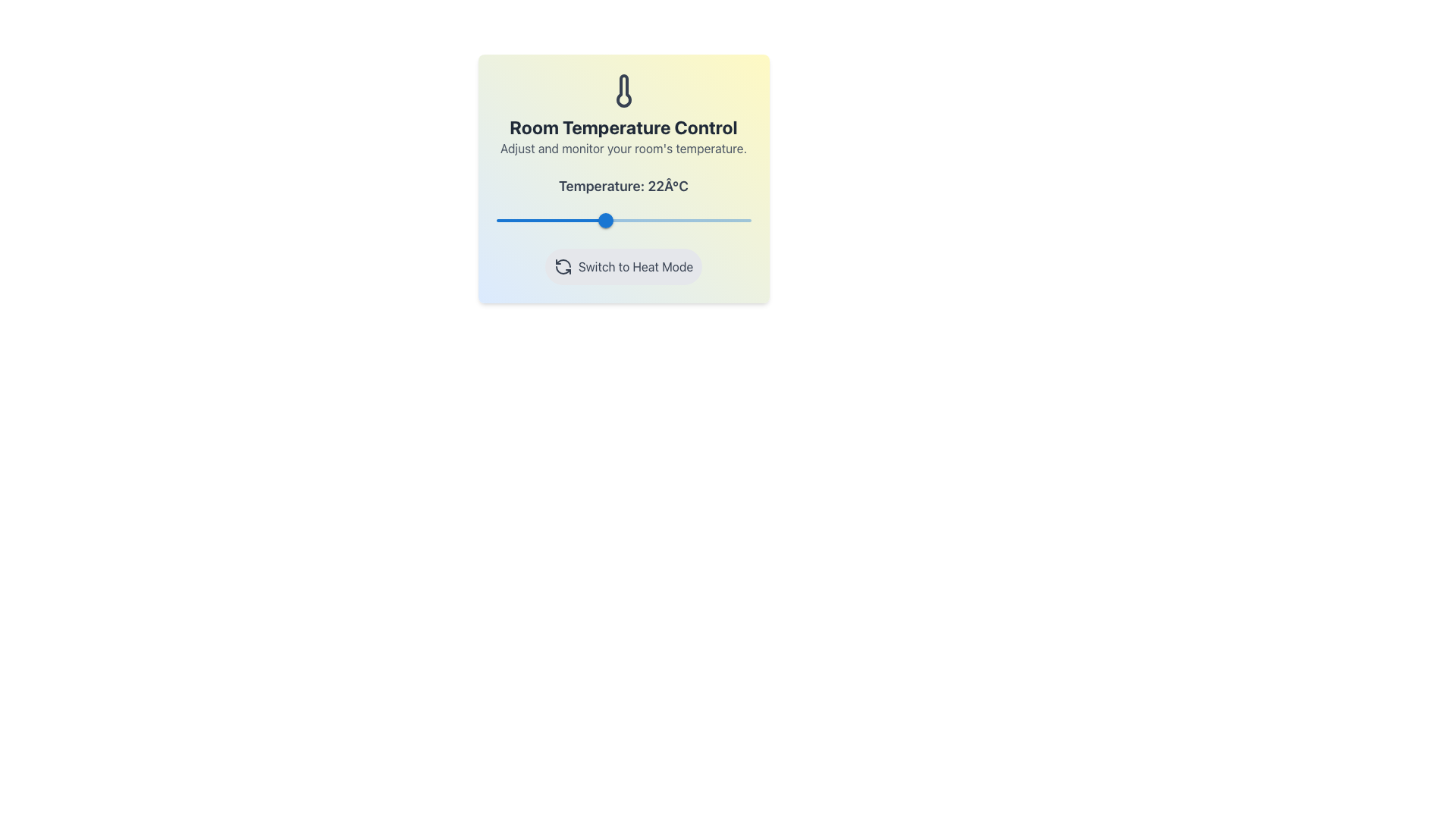 This screenshot has width=1456, height=819. Describe the element at coordinates (604, 220) in the screenshot. I see `the circular slider thumb with the value '22'` at that location.